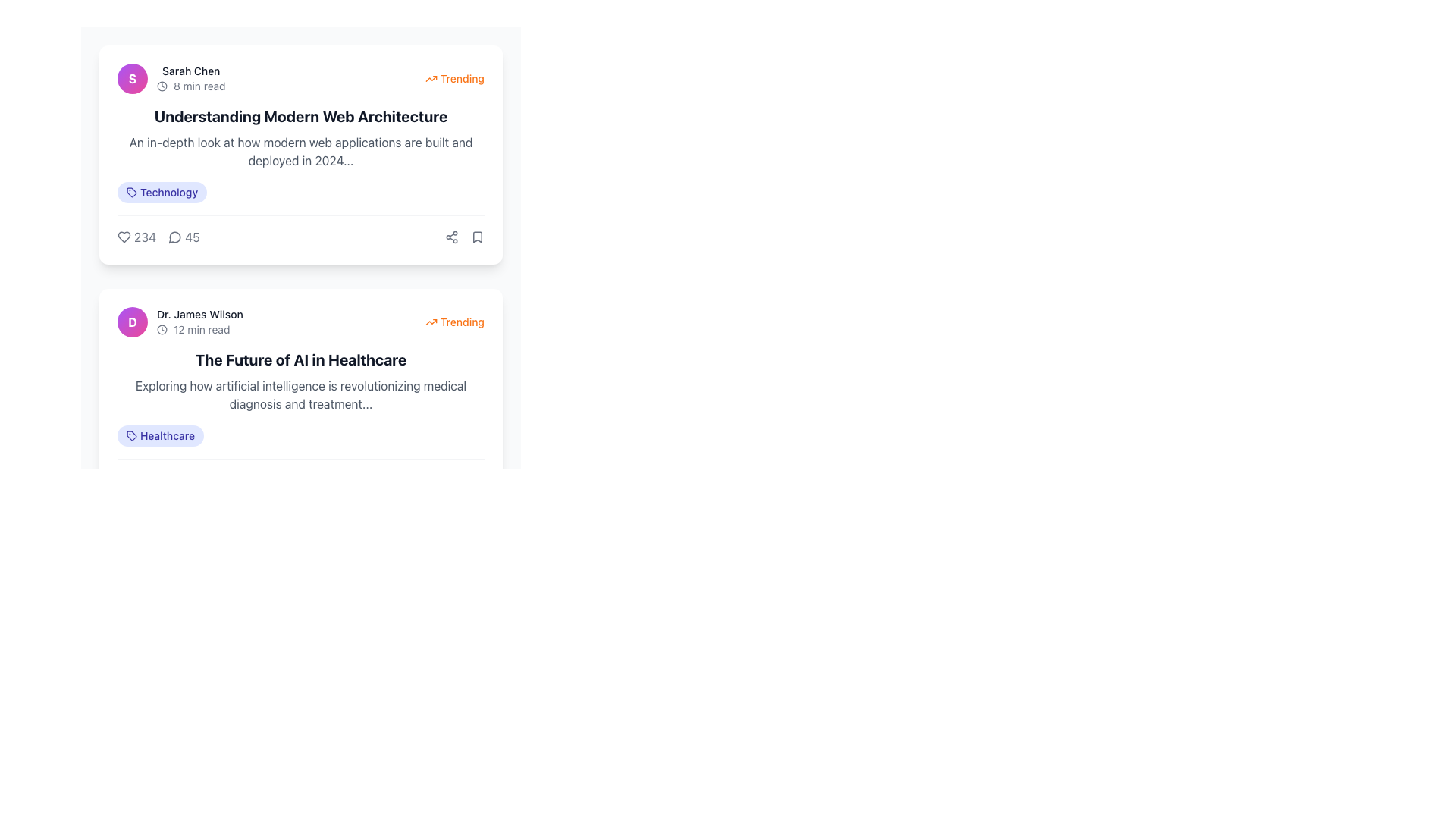 This screenshot has height=819, width=1456. Describe the element at coordinates (191, 237) in the screenshot. I see `the static text element displaying the number of comments for the article 'Understanding Modern Web Architecture', located to the right of the speech bubble icon` at that location.